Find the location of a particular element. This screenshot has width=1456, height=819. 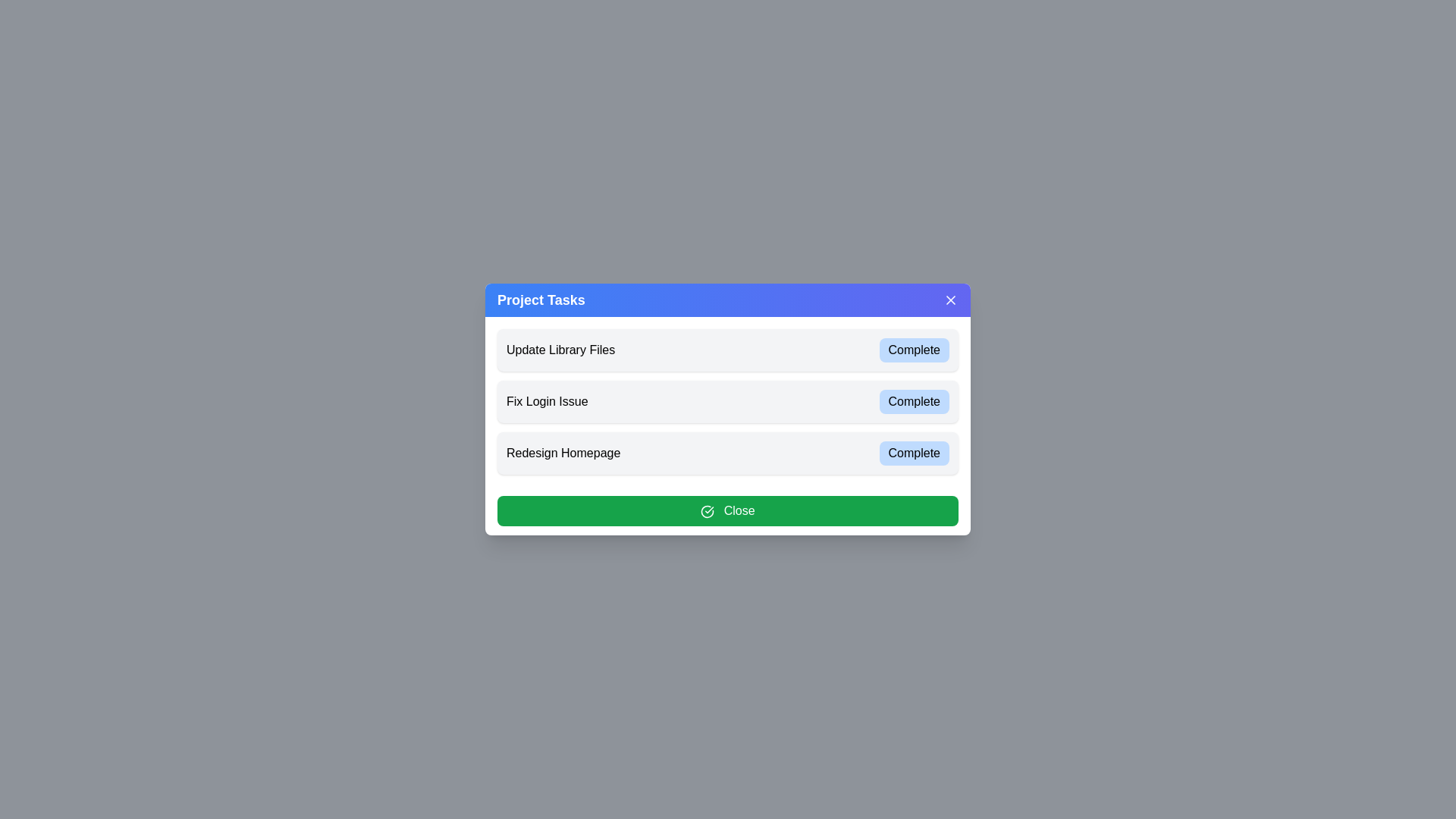

the text label displaying 'Update Library Files' located in the upper section of the 'Project Tasks' modal window is located at coordinates (560, 350).